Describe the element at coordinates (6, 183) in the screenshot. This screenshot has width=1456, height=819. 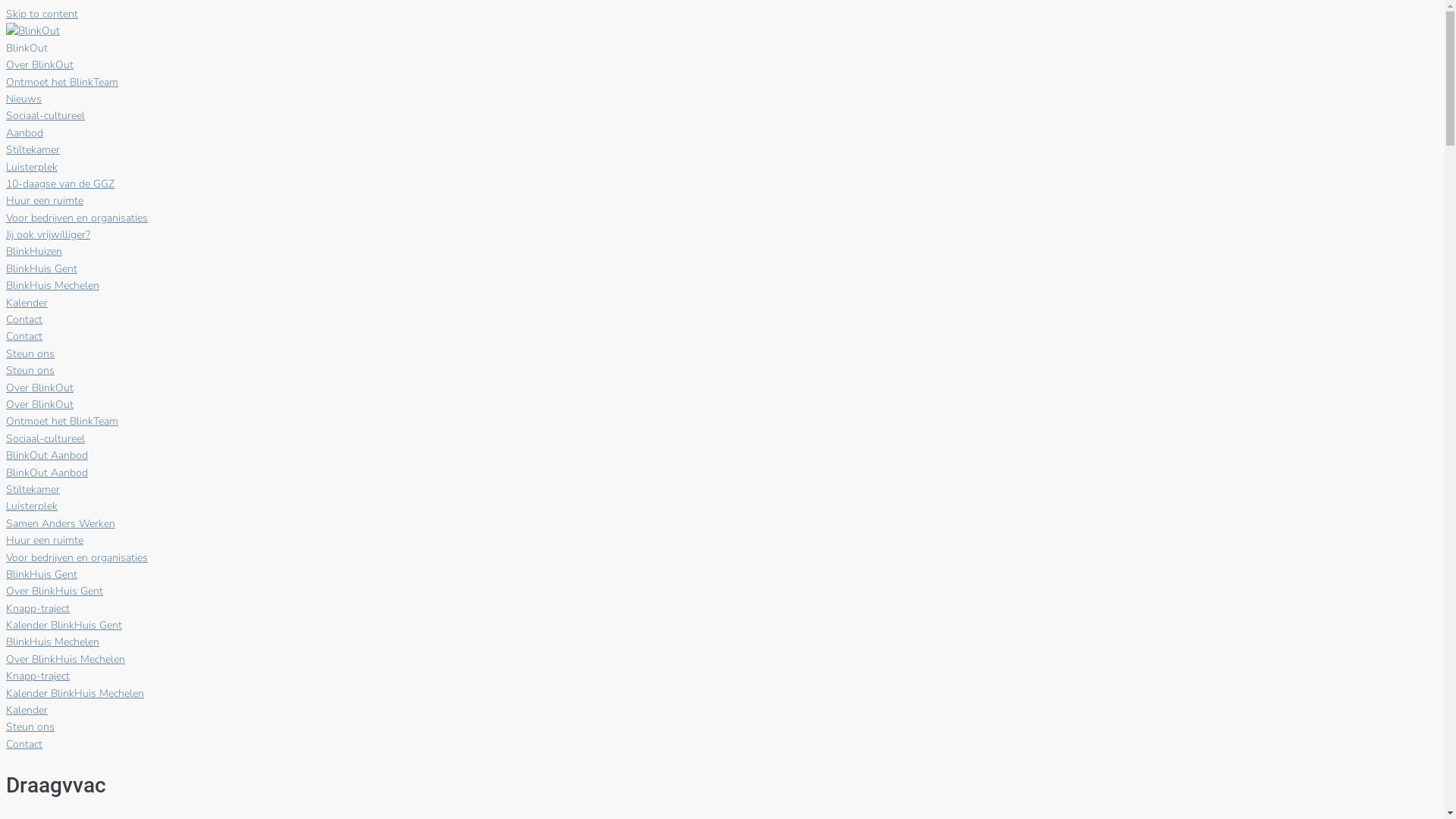
I see `'10-daagse van de GGZ'` at that location.